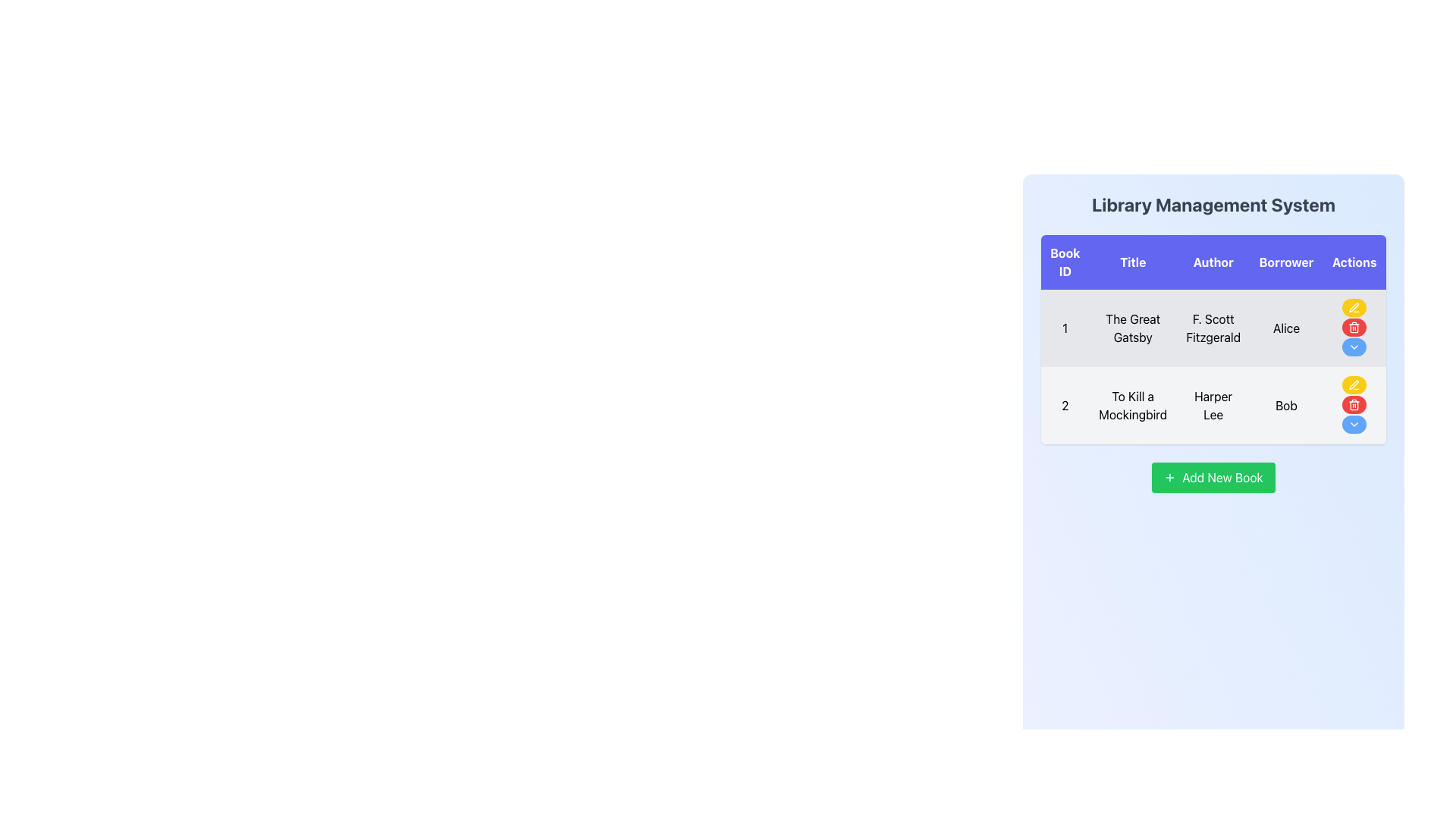 The image size is (1456, 819). What do you see at coordinates (1133, 327) in the screenshot?
I see `the label displaying the text 'The Great Gatsby' located under the Title column in the first row of the table` at bounding box center [1133, 327].